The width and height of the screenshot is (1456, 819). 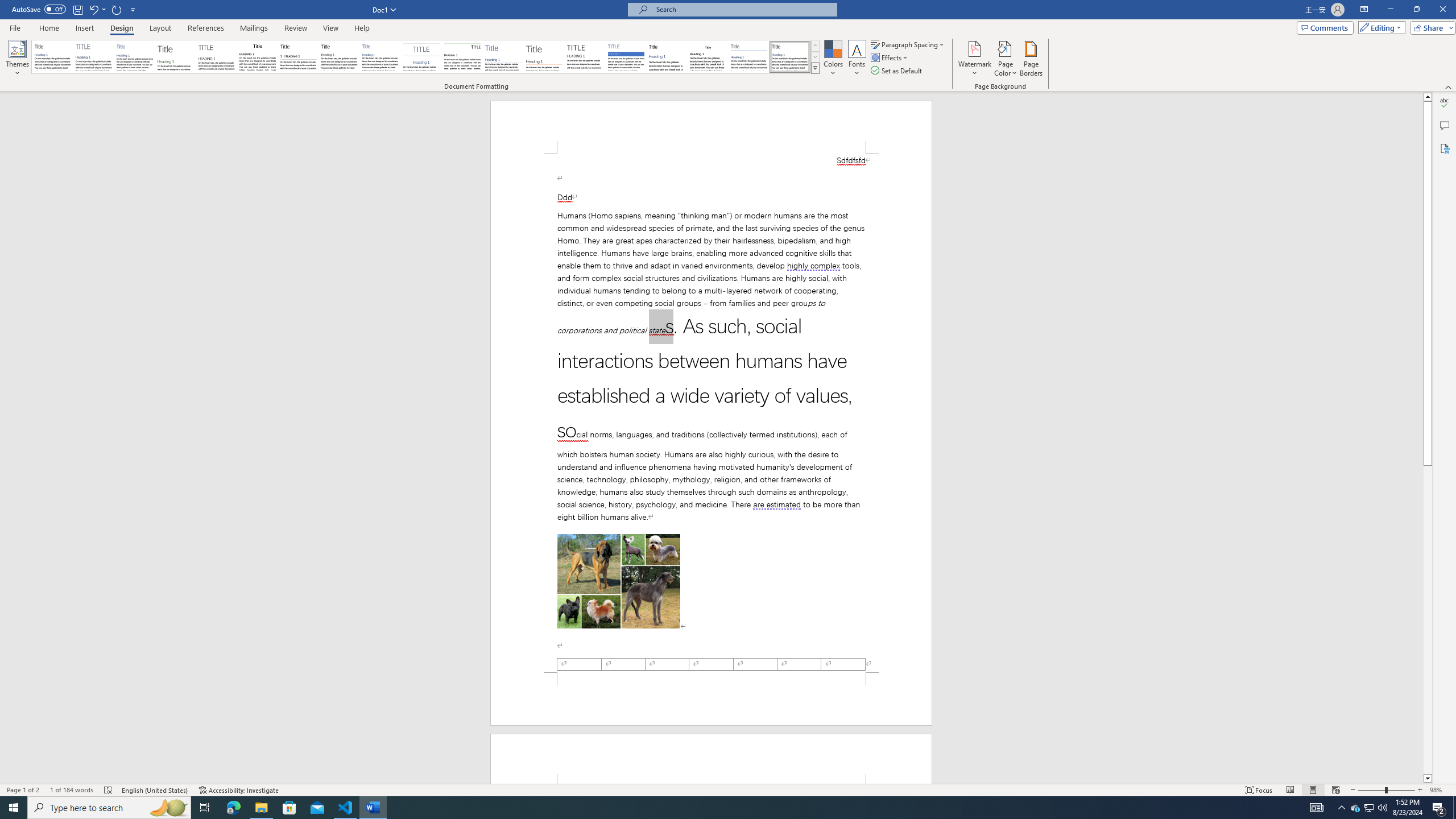 I want to click on 'Shaded', so click(x=626, y=56).